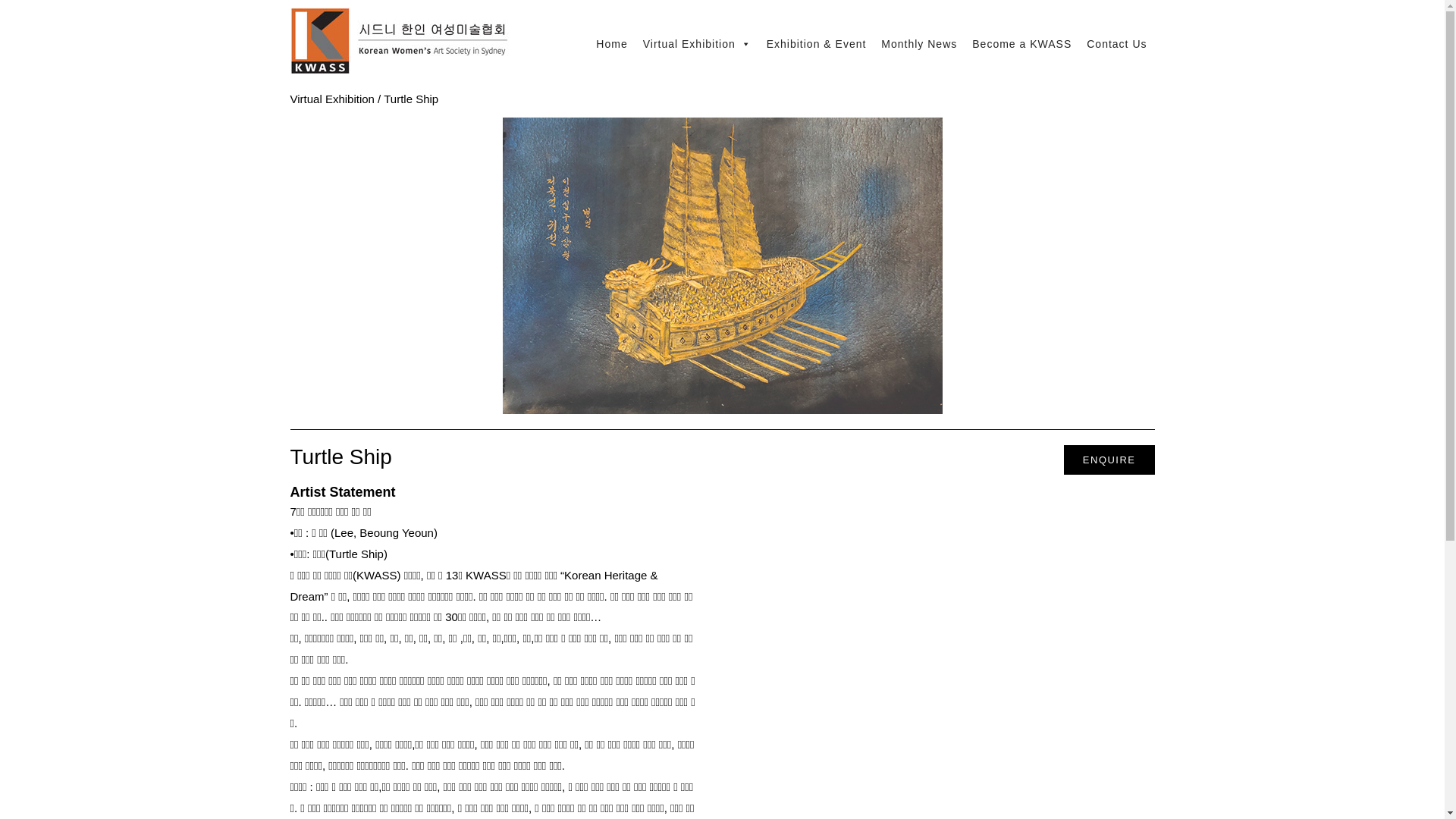 The image size is (1456, 819). What do you see at coordinates (1078, 42) in the screenshot?
I see `'Contact Us'` at bounding box center [1078, 42].